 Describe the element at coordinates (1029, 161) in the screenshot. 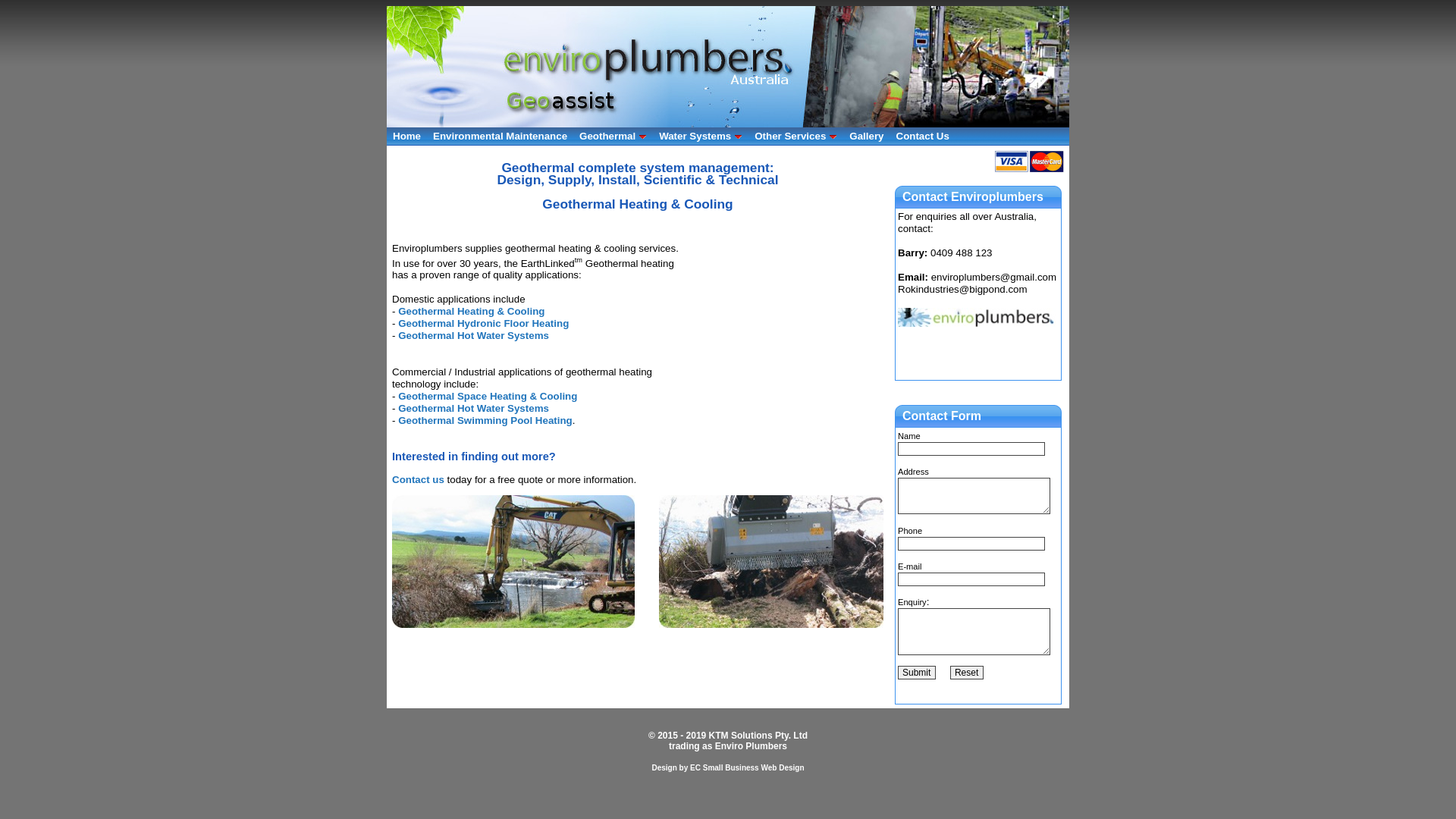

I see `'Visa & Mastercard Accepted'` at that location.